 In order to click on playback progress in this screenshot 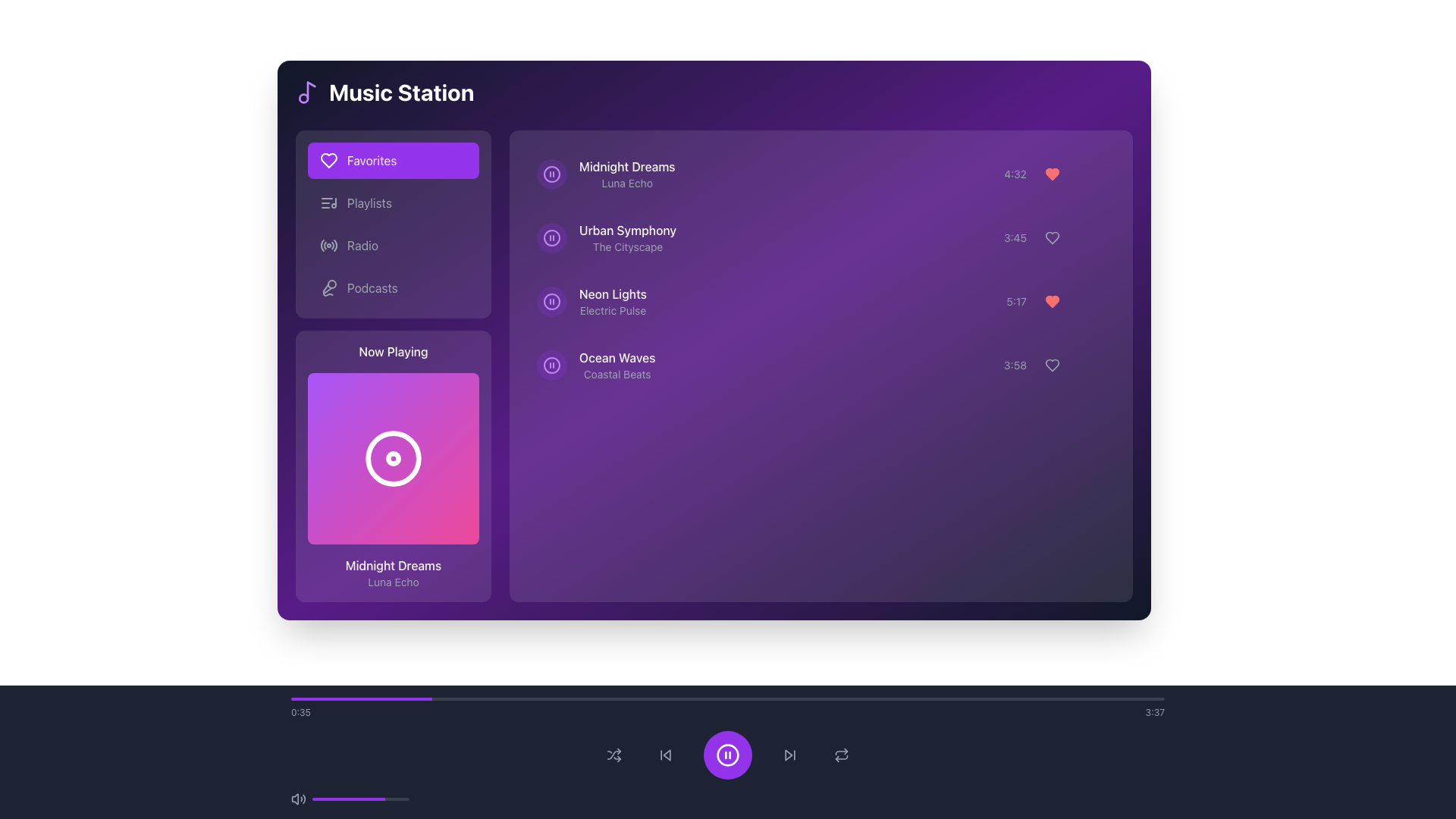, I will do `click(954, 698)`.